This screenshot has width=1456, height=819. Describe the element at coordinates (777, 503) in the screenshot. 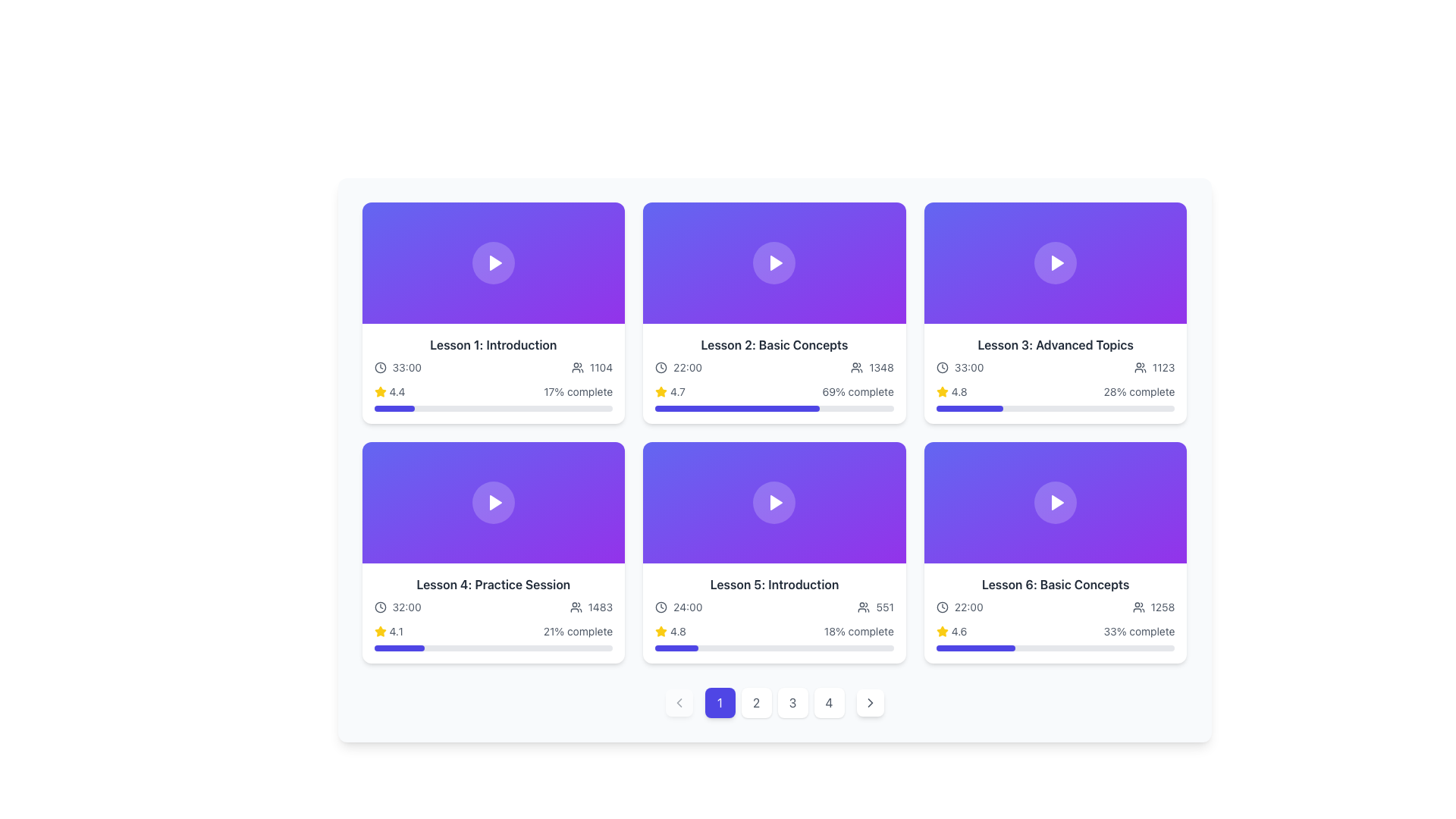

I see `the triangle in the center of the play button icon located in the middle of the fifth rectangle in a six-card grid layout` at that location.